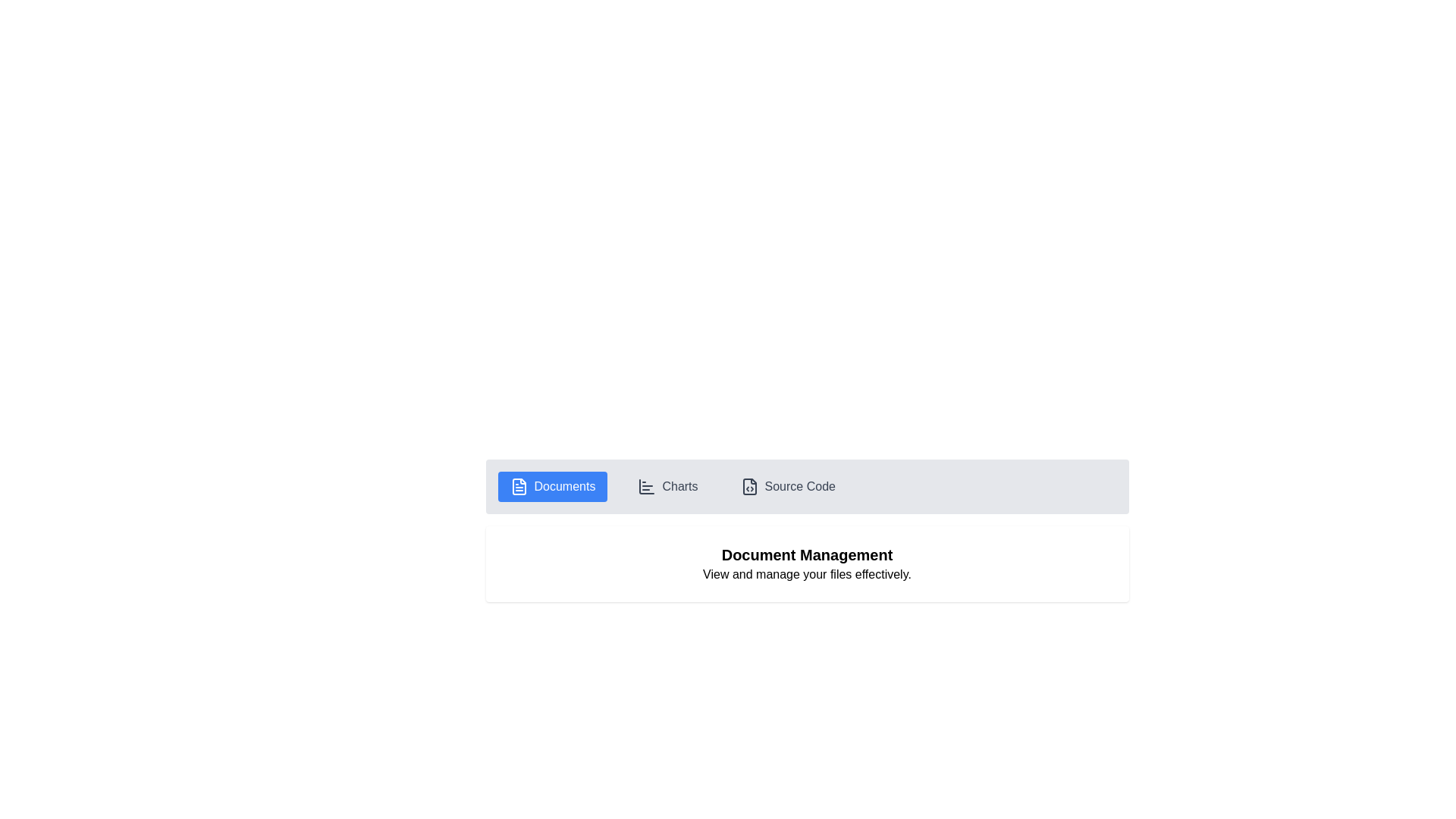 The height and width of the screenshot is (819, 1456). What do you see at coordinates (806, 555) in the screenshot?
I see `the static text label that serves as a heading, located above the smaller text 'View and manage your files effectively'` at bounding box center [806, 555].